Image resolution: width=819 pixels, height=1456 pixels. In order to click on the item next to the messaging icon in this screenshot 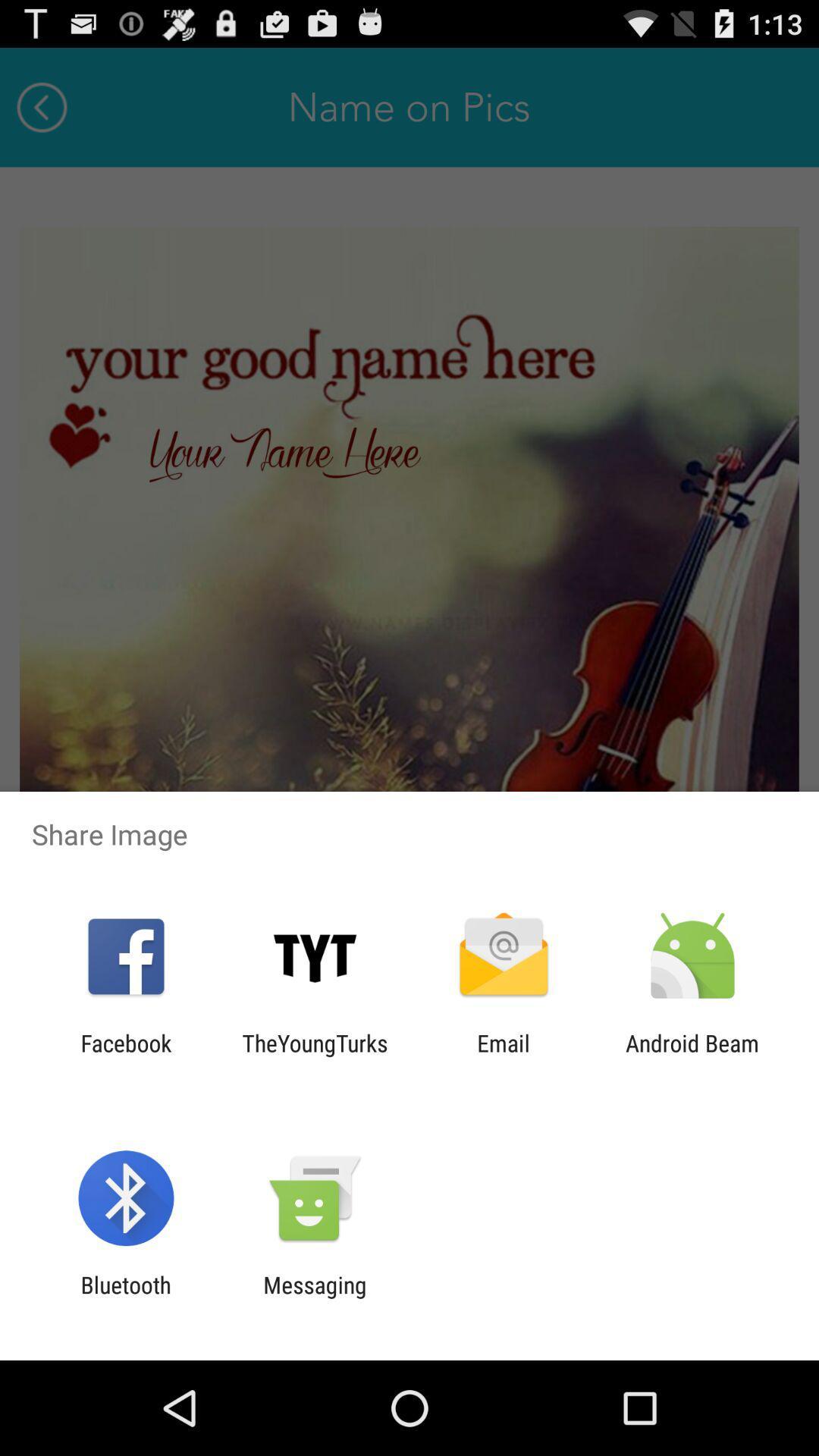, I will do `click(125, 1298)`.